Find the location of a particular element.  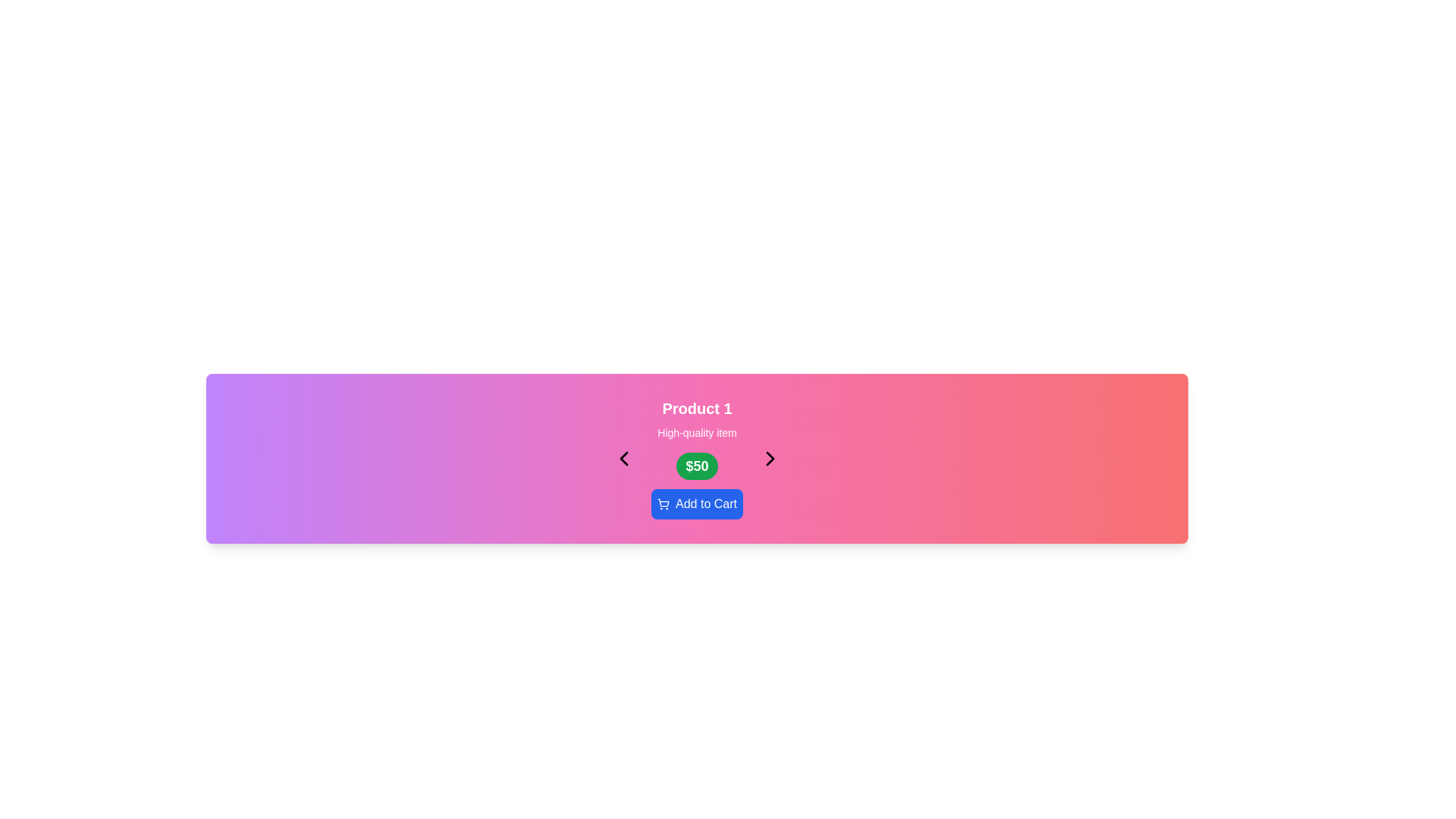

the left-pointing arrow icon button styled as an SVG, located in the navigation control cluster, to enable keyboard interaction is located at coordinates (624, 458).